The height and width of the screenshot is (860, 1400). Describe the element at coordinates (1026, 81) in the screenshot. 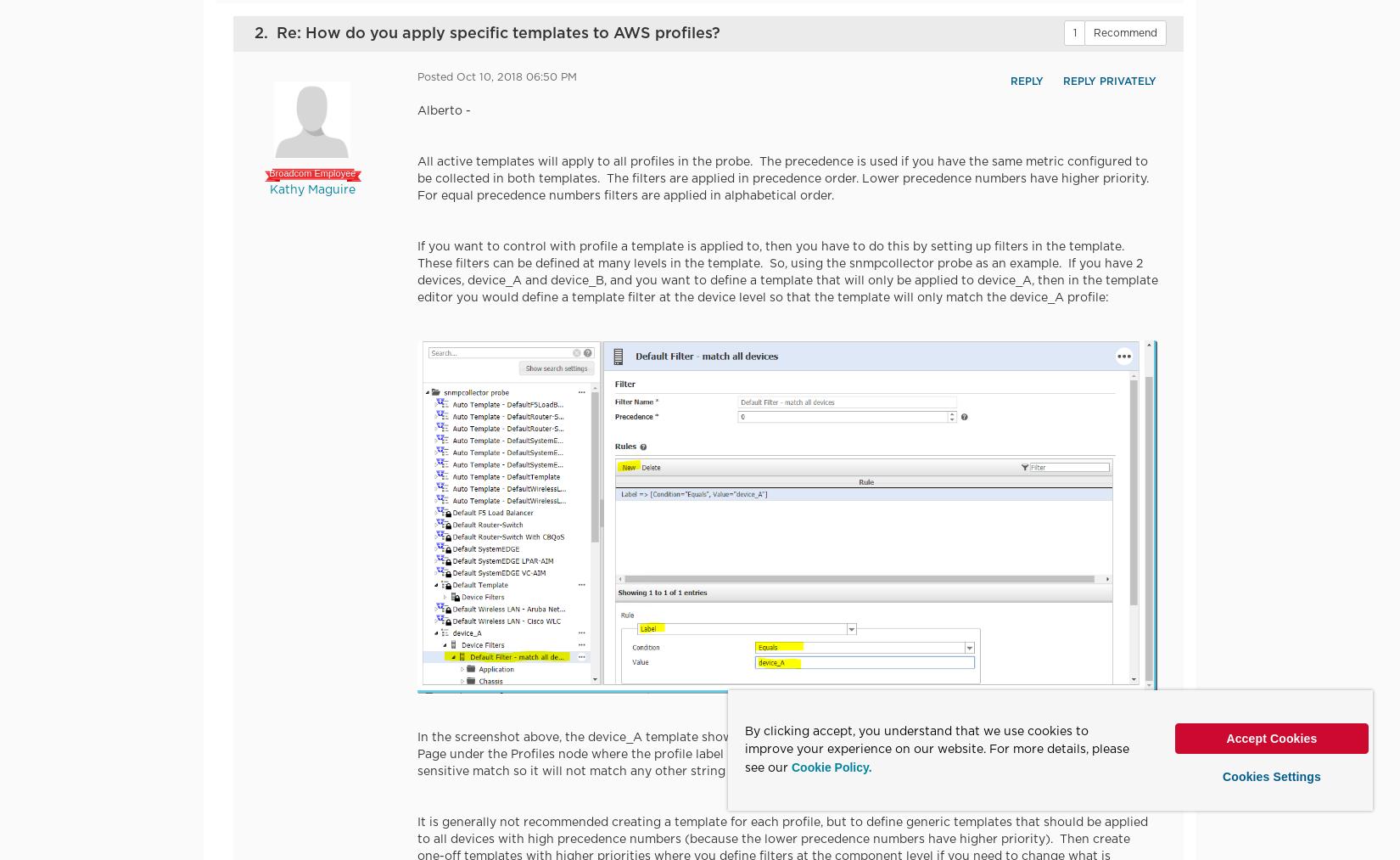

I see `'Reply'` at that location.